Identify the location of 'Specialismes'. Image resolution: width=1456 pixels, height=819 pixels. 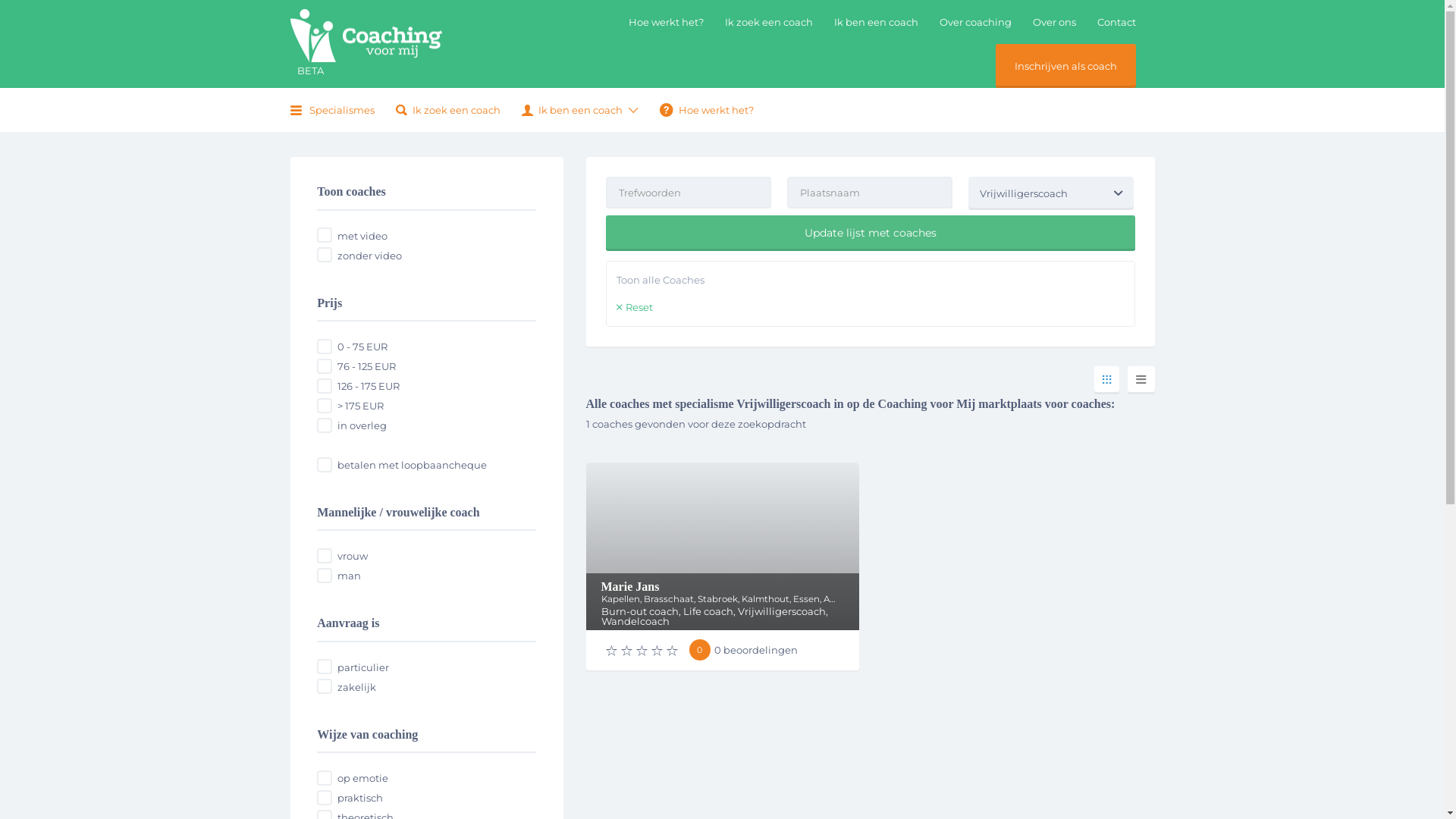
(333, 109).